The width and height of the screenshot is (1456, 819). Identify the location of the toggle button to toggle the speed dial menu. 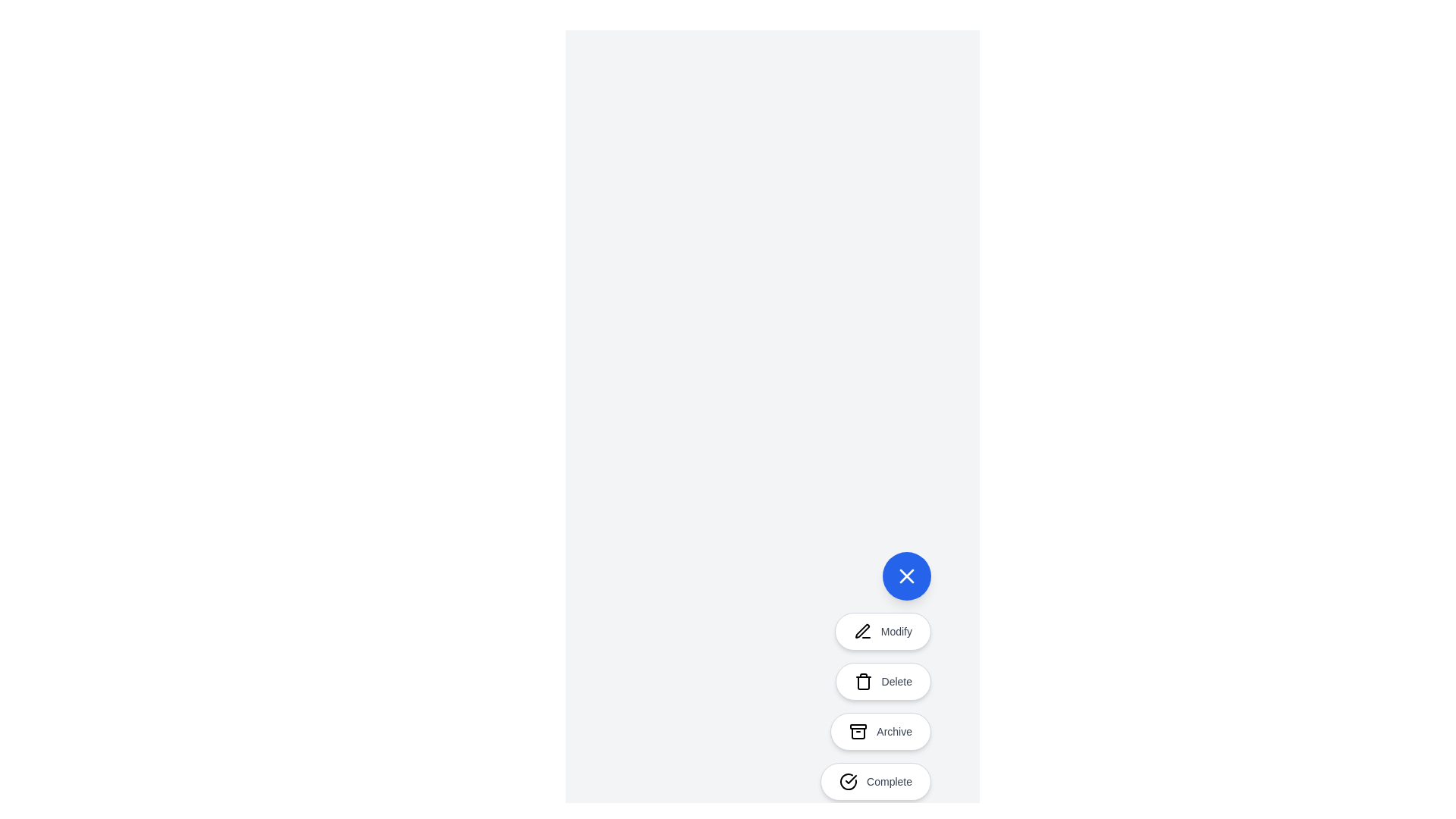
(906, 576).